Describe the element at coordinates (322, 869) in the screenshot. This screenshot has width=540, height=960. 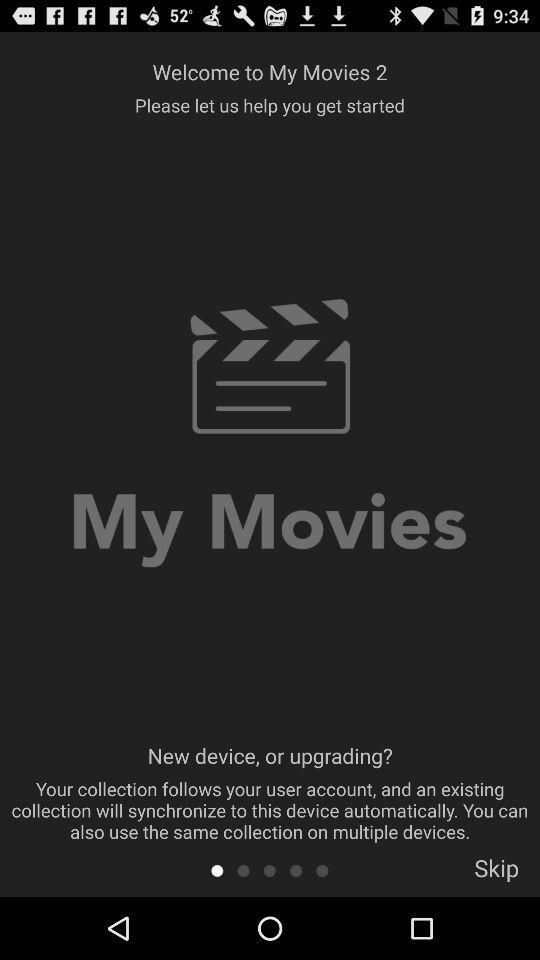
I see `next` at that location.